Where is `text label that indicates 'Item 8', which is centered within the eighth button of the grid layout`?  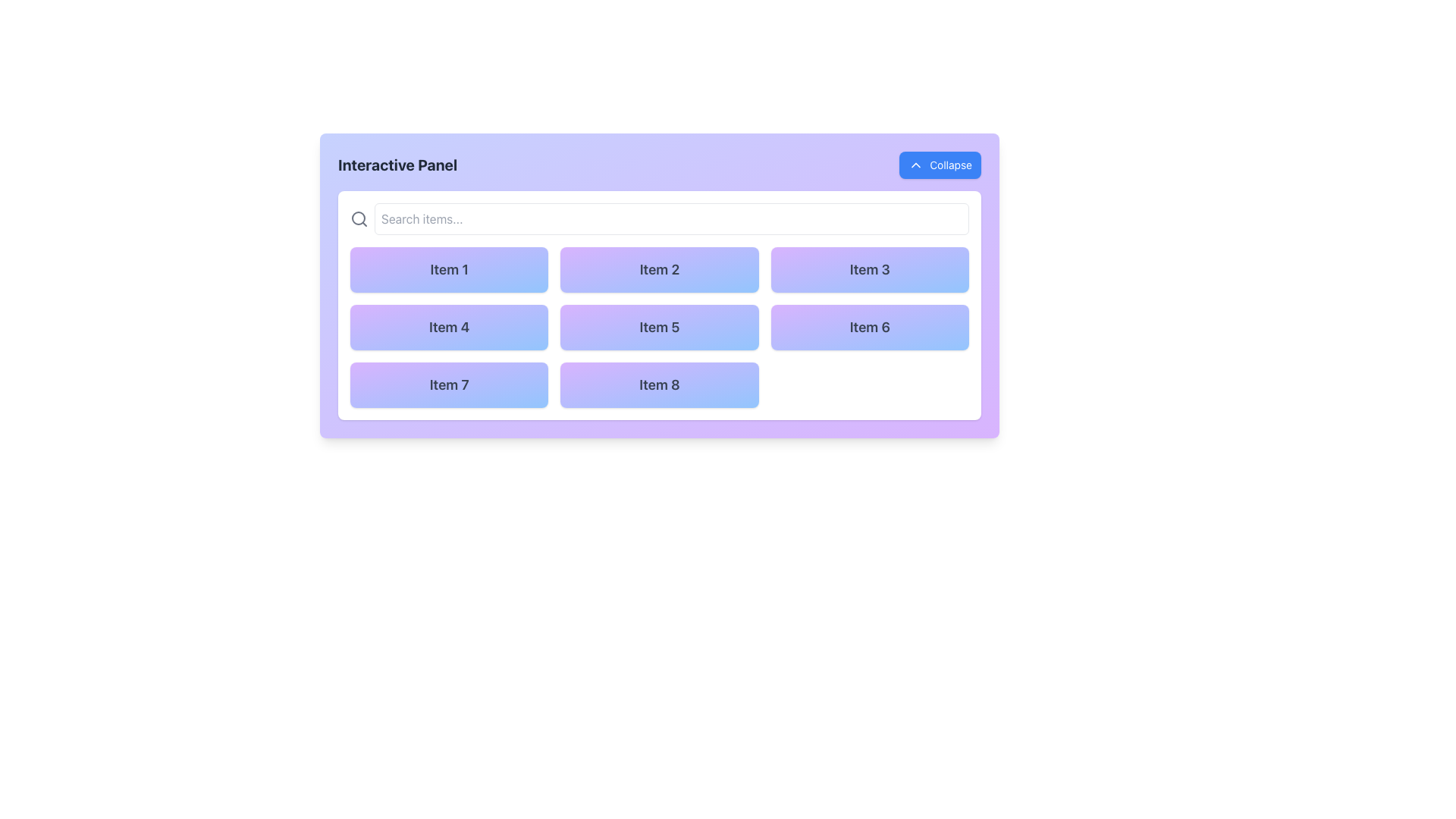
text label that indicates 'Item 8', which is centered within the eighth button of the grid layout is located at coordinates (659, 384).